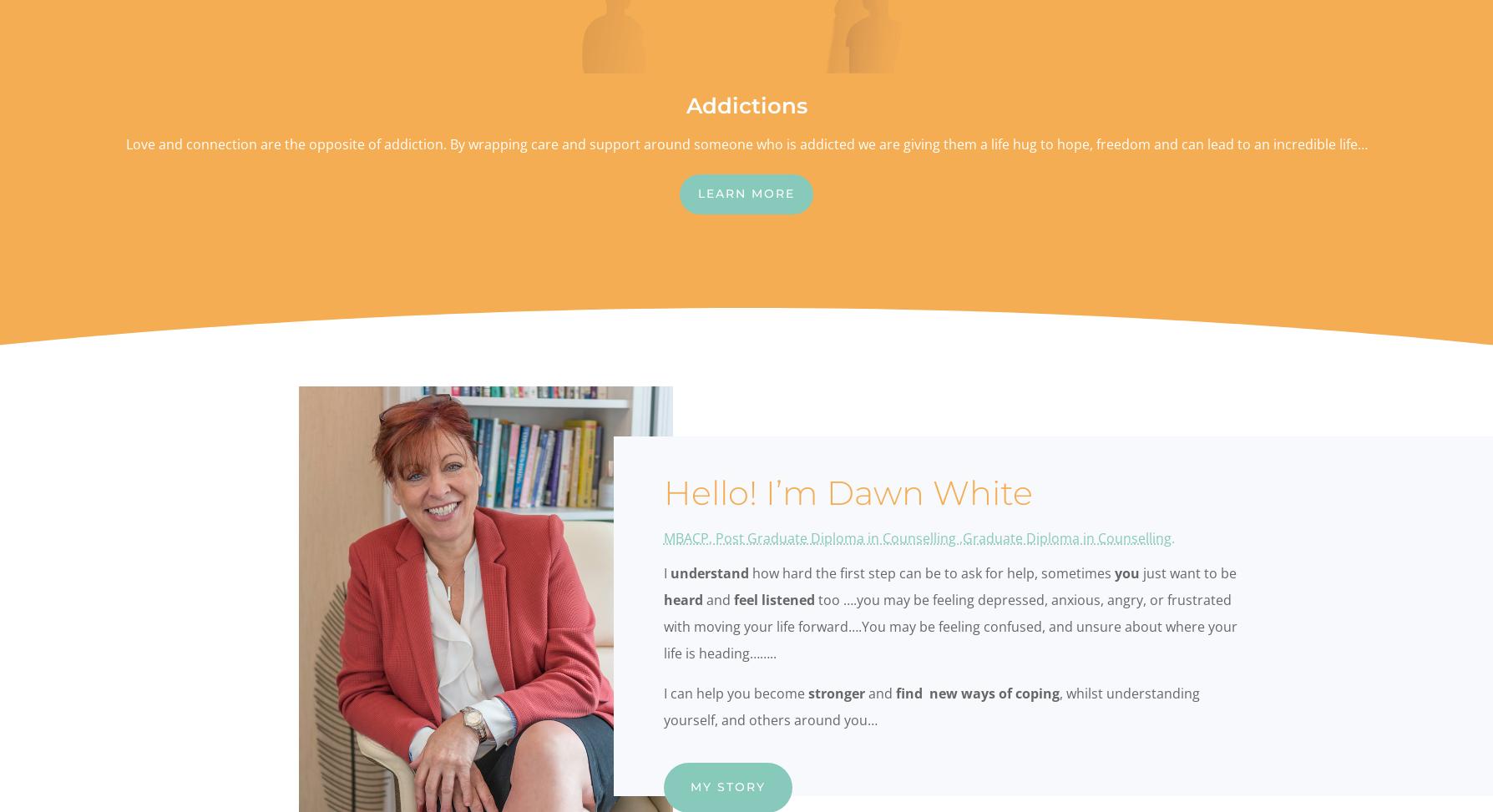 This screenshot has width=1493, height=812. I want to click on 'just want to be', so click(1187, 571).